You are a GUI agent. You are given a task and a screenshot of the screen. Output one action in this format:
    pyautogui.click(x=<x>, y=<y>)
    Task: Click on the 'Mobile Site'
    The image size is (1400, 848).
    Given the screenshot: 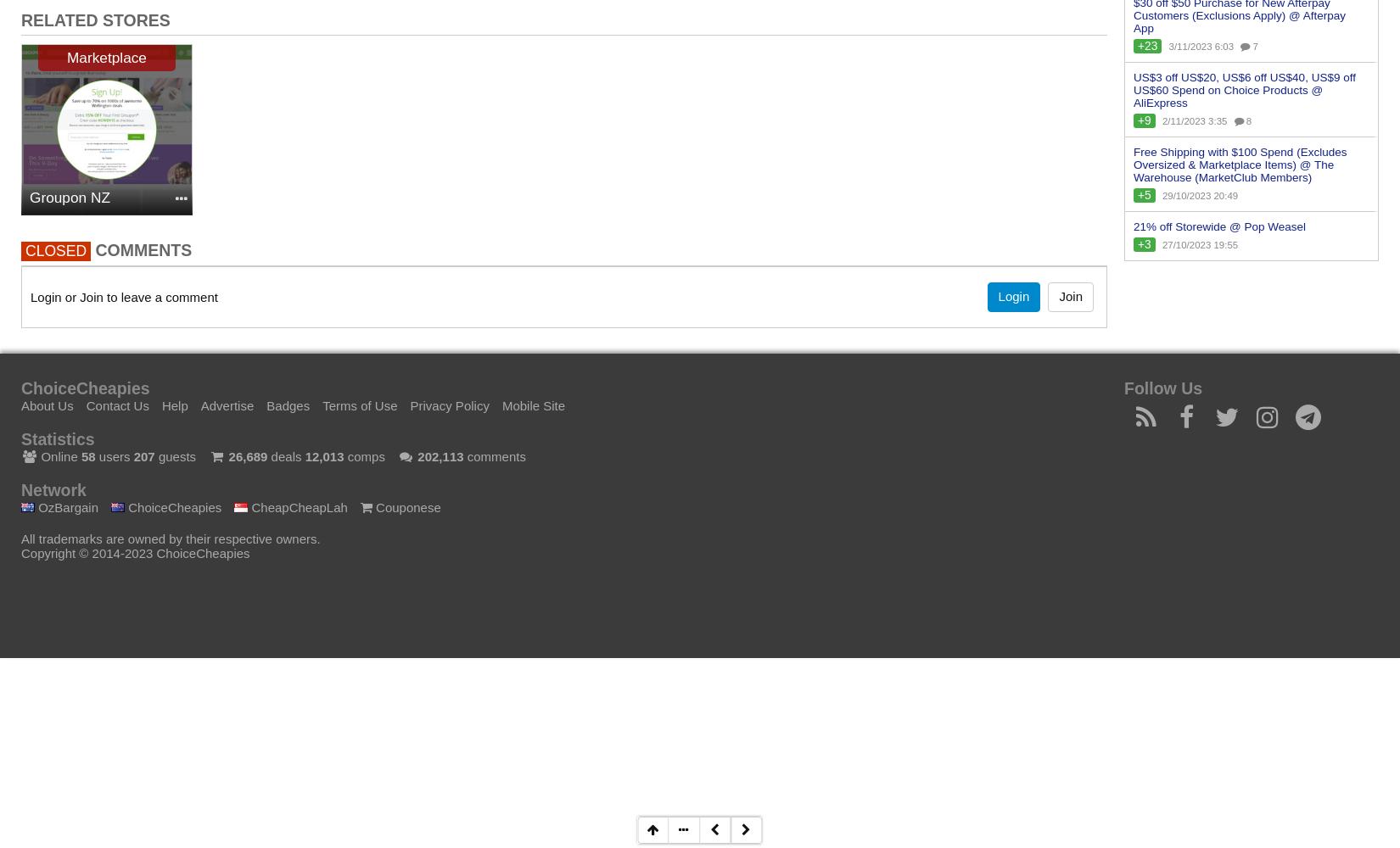 What is the action you would take?
    pyautogui.click(x=532, y=404)
    